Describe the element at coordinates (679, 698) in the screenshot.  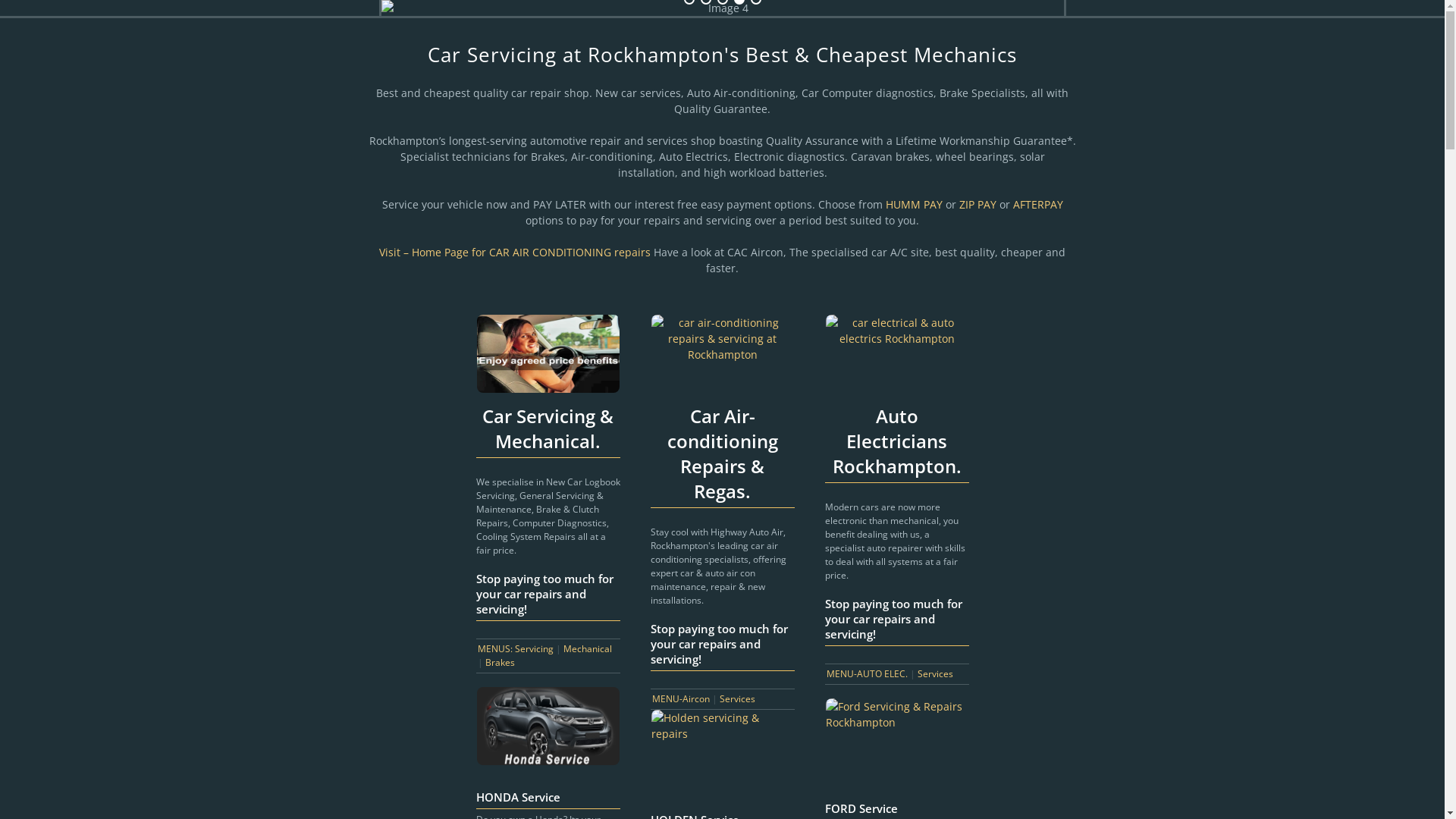
I see `'MENU-Aircon'` at that location.